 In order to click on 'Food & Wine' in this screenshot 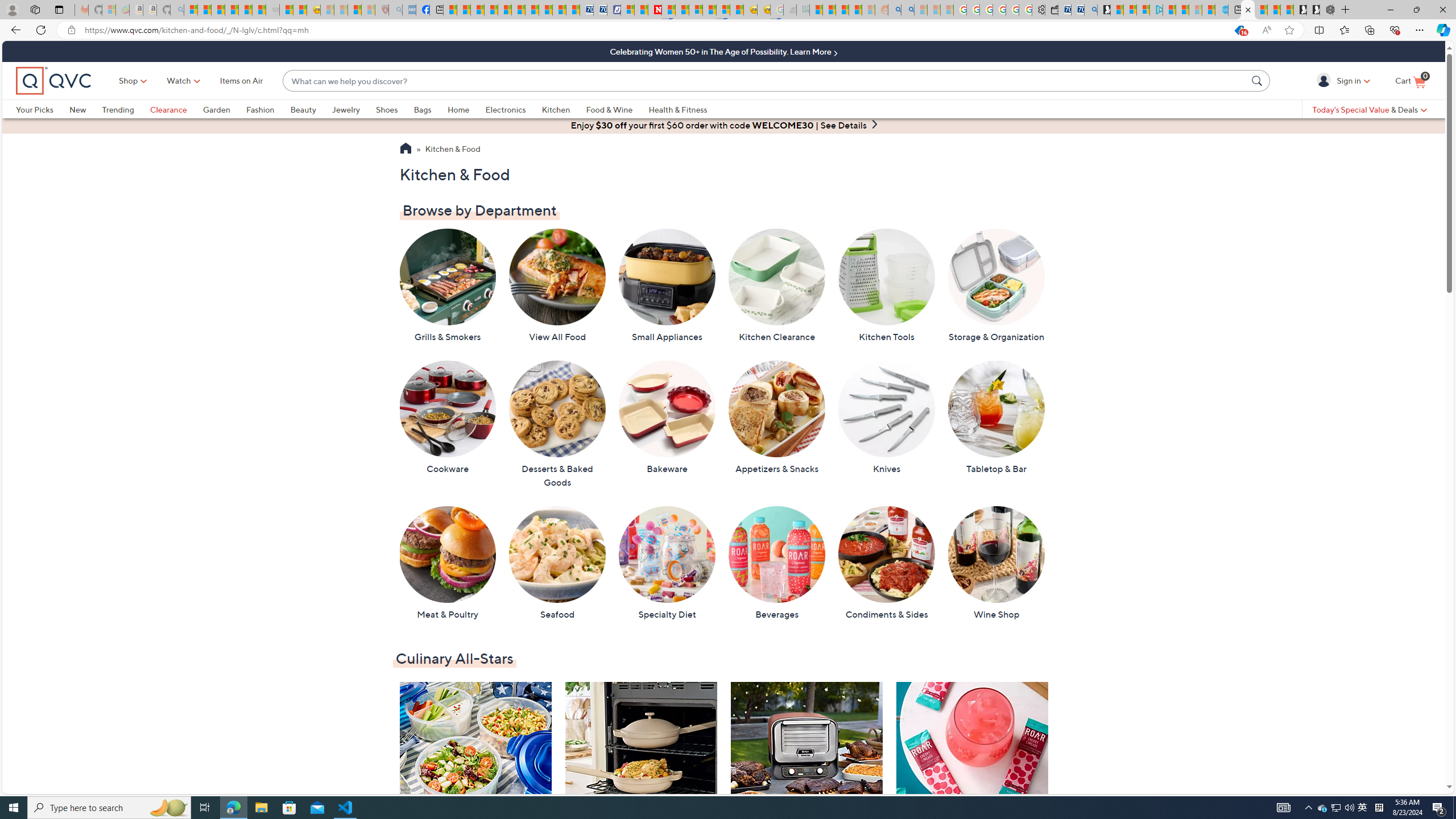, I will do `click(609, 109)`.